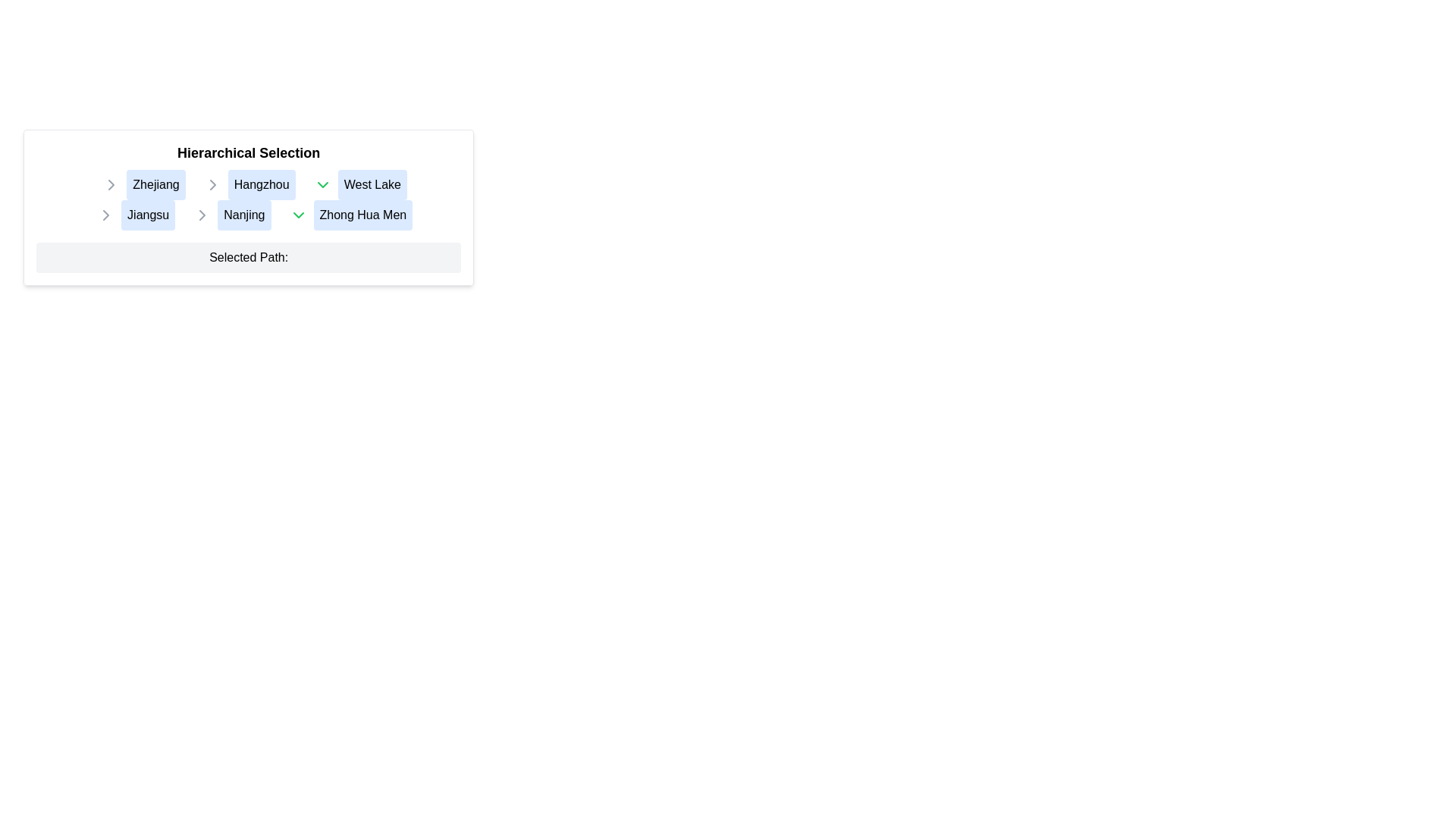 The image size is (1456, 819). What do you see at coordinates (255, 215) in the screenshot?
I see `the button labeled 'Nanjing' in the hierarchical selection interface` at bounding box center [255, 215].